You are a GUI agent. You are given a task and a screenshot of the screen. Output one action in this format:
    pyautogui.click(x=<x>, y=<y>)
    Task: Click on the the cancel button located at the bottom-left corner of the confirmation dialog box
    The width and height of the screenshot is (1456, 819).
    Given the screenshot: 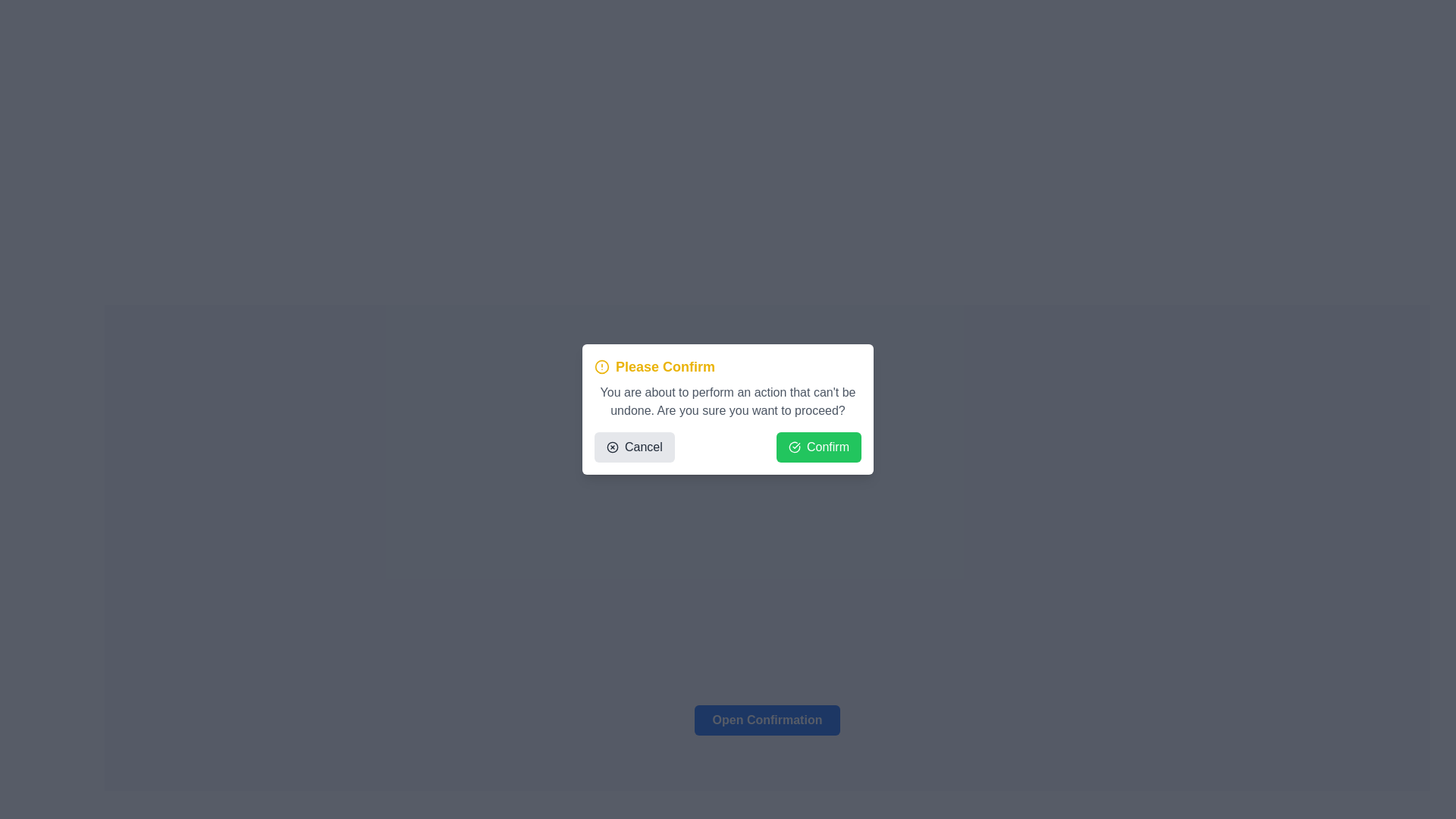 What is the action you would take?
    pyautogui.click(x=634, y=447)
    